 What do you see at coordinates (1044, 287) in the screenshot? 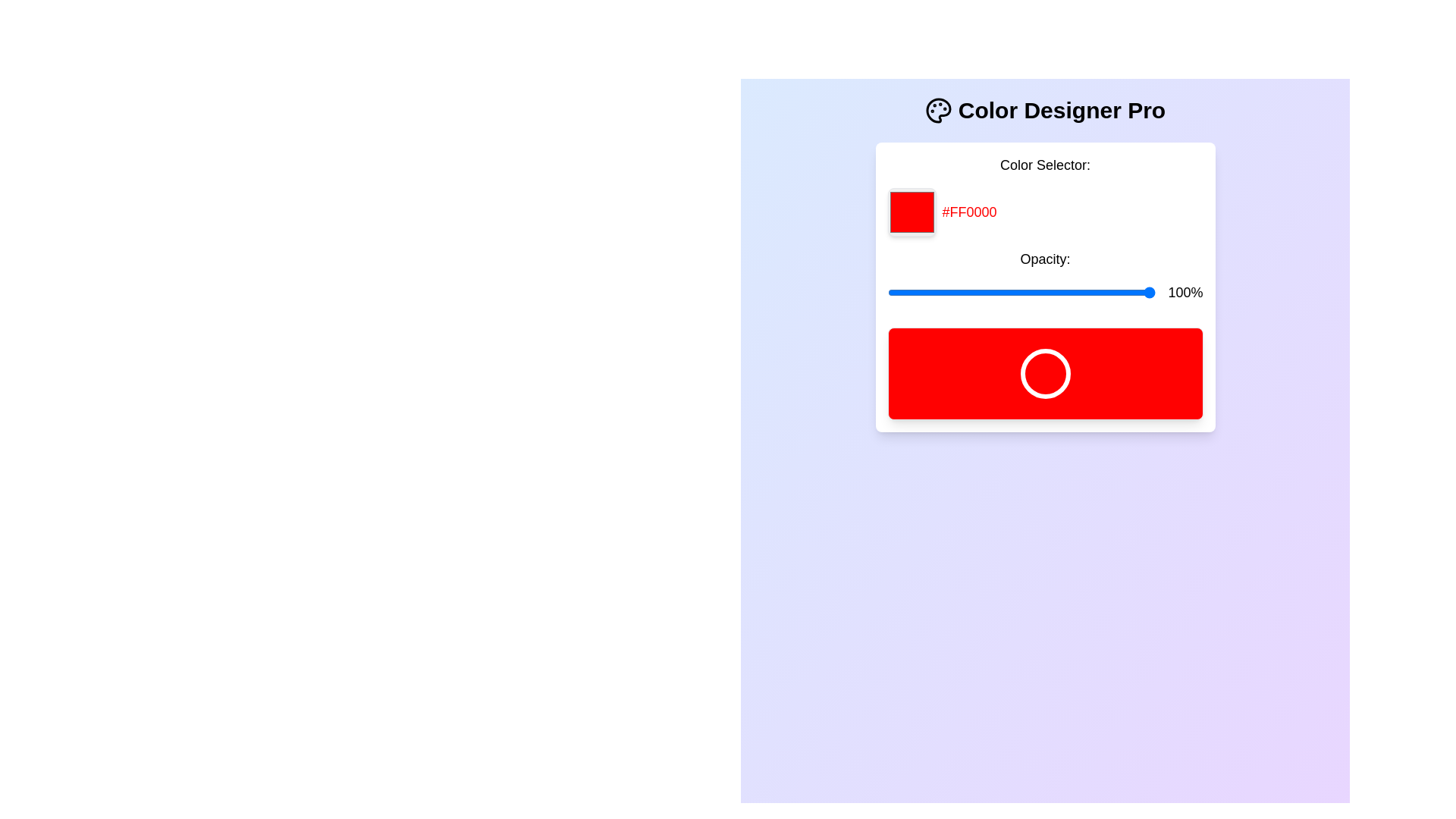
I see `the 'Color Selector' UI component` at bounding box center [1044, 287].